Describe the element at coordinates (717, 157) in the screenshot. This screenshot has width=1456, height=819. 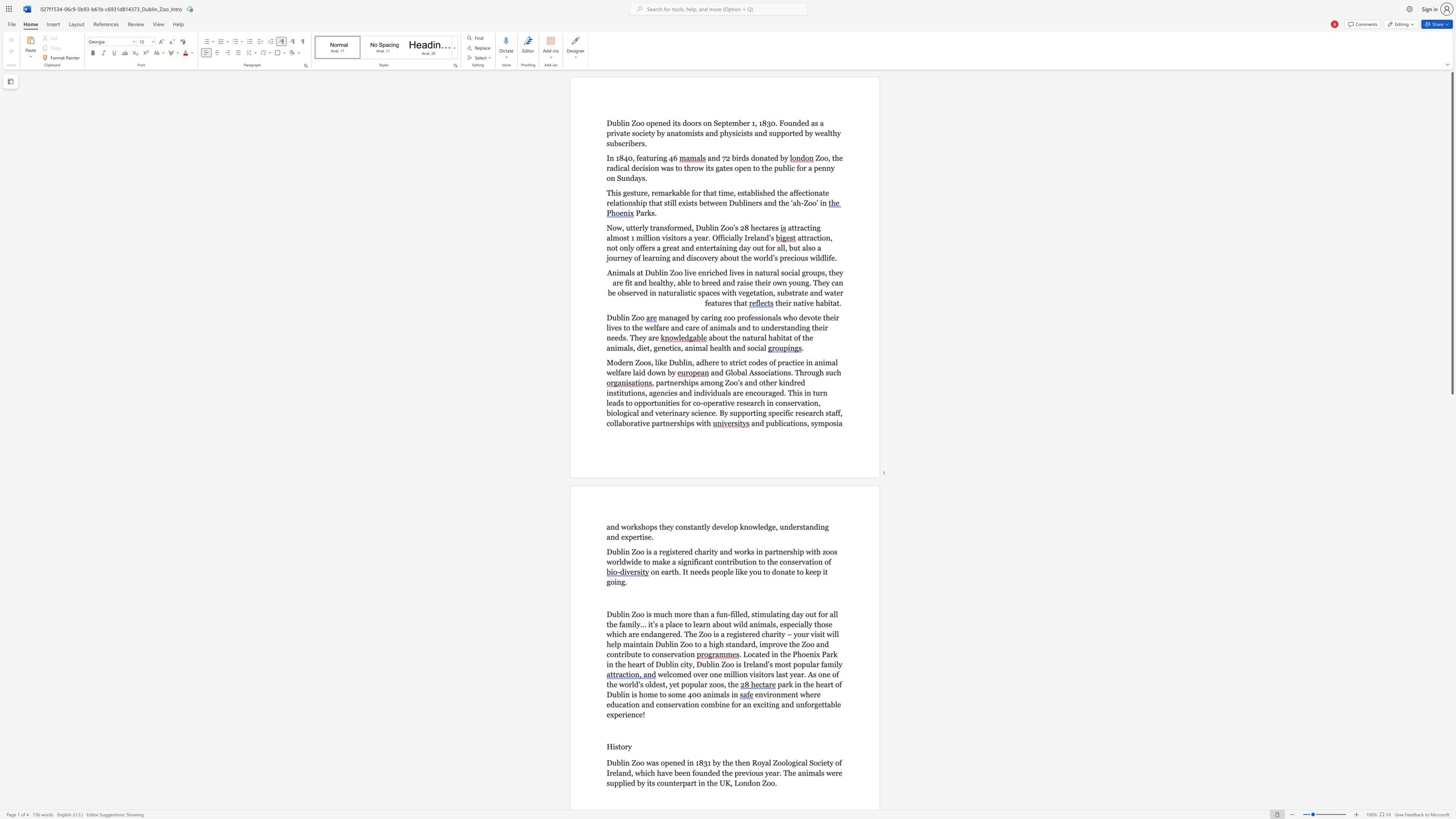
I see `the 1th character "d" in the text` at that location.